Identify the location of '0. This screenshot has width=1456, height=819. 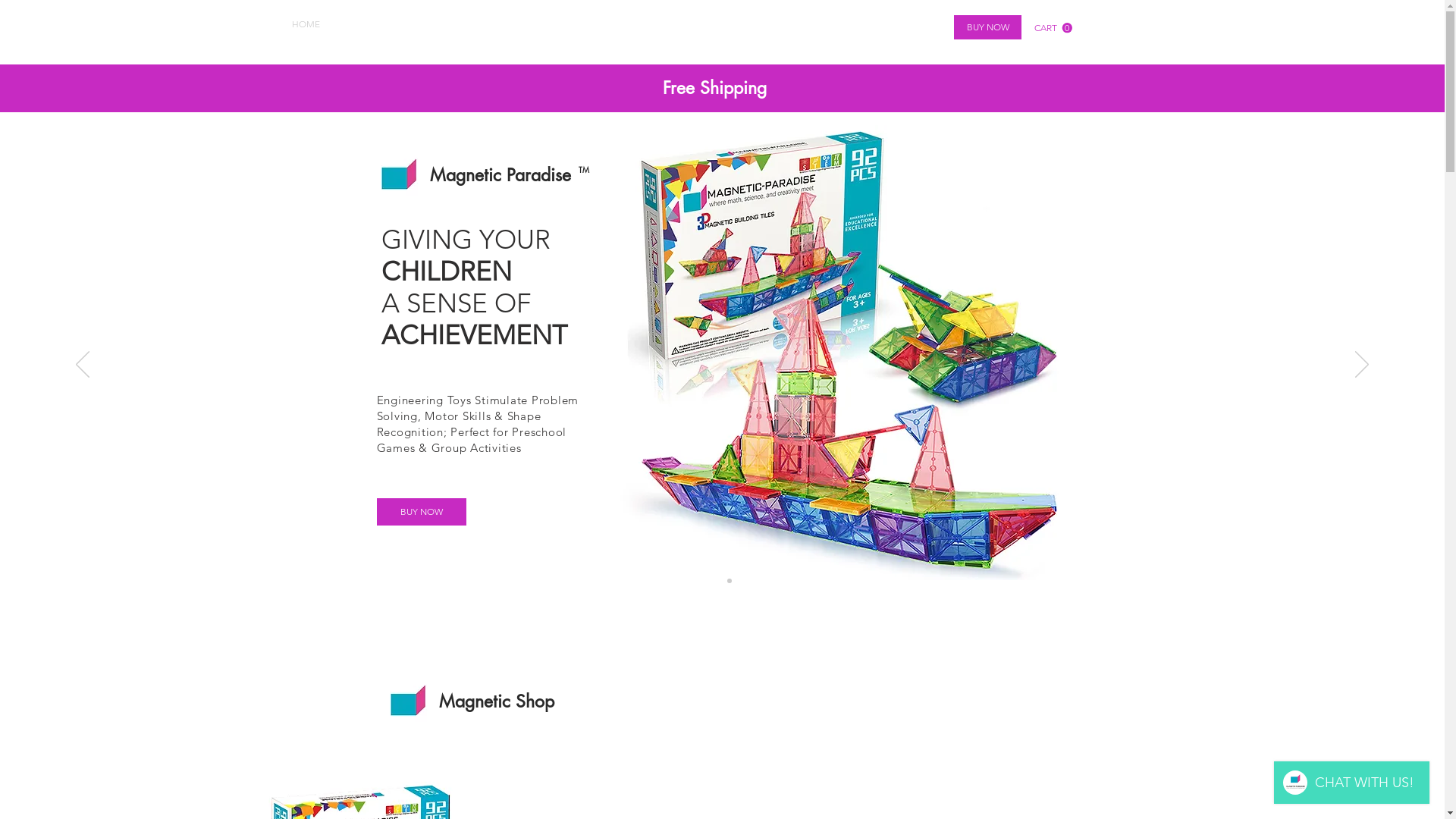
(1052, 28).